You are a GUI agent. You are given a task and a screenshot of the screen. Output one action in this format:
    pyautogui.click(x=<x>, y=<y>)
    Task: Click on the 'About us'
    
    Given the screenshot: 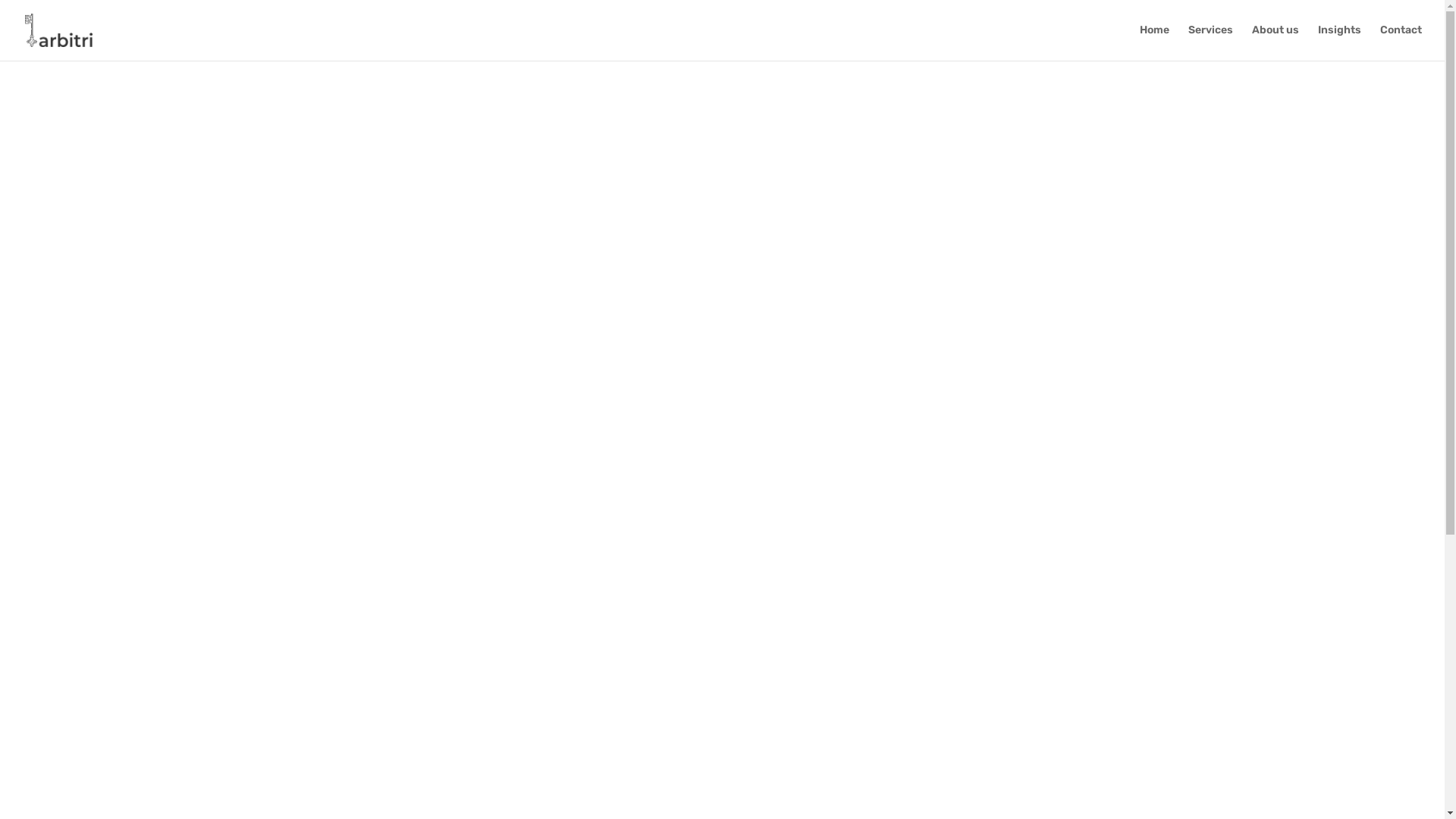 What is the action you would take?
    pyautogui.click(x=1274, y=42)
    